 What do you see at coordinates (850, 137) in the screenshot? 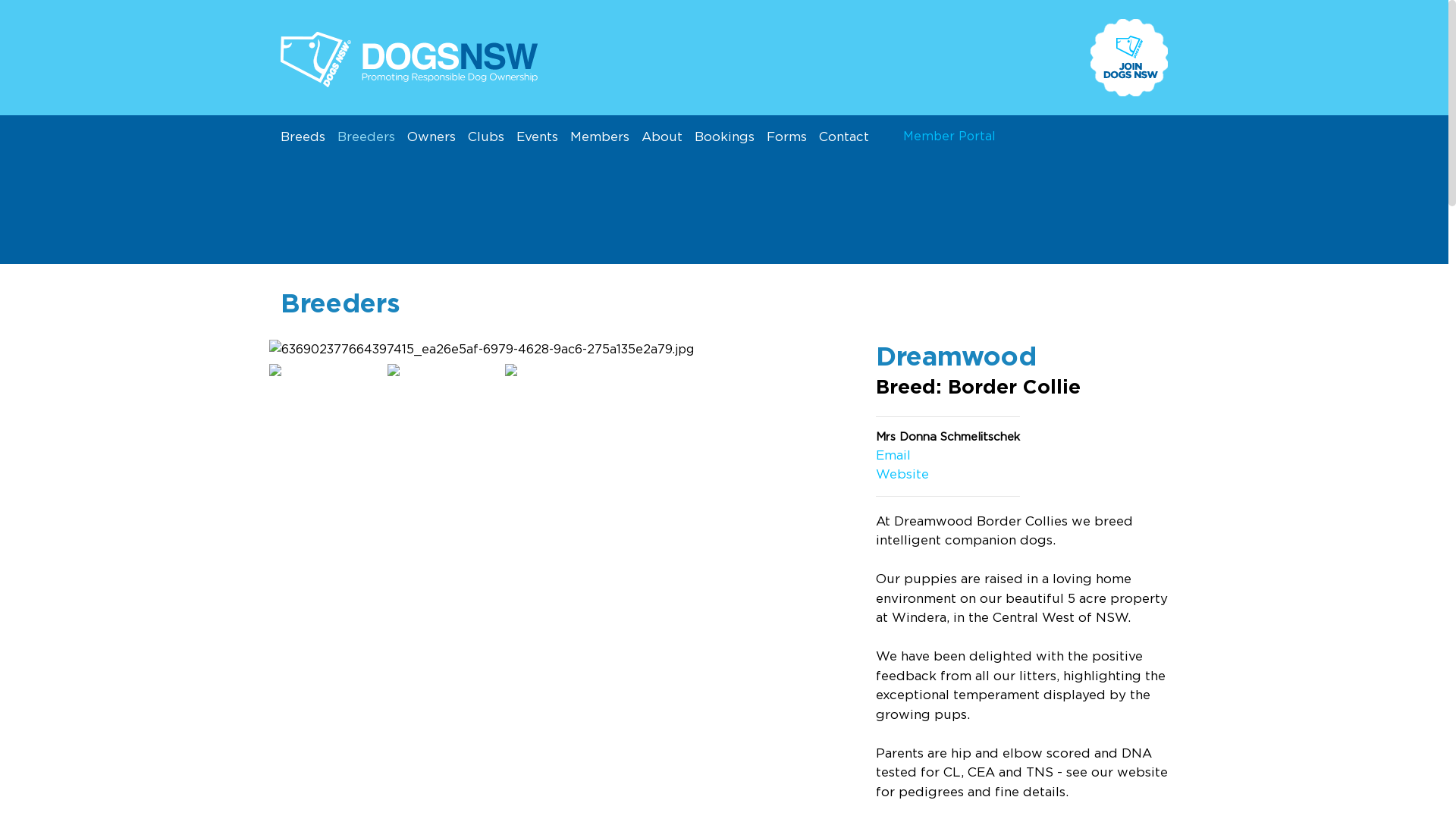
I see `'Contact'` at bounding box center [850, 137].